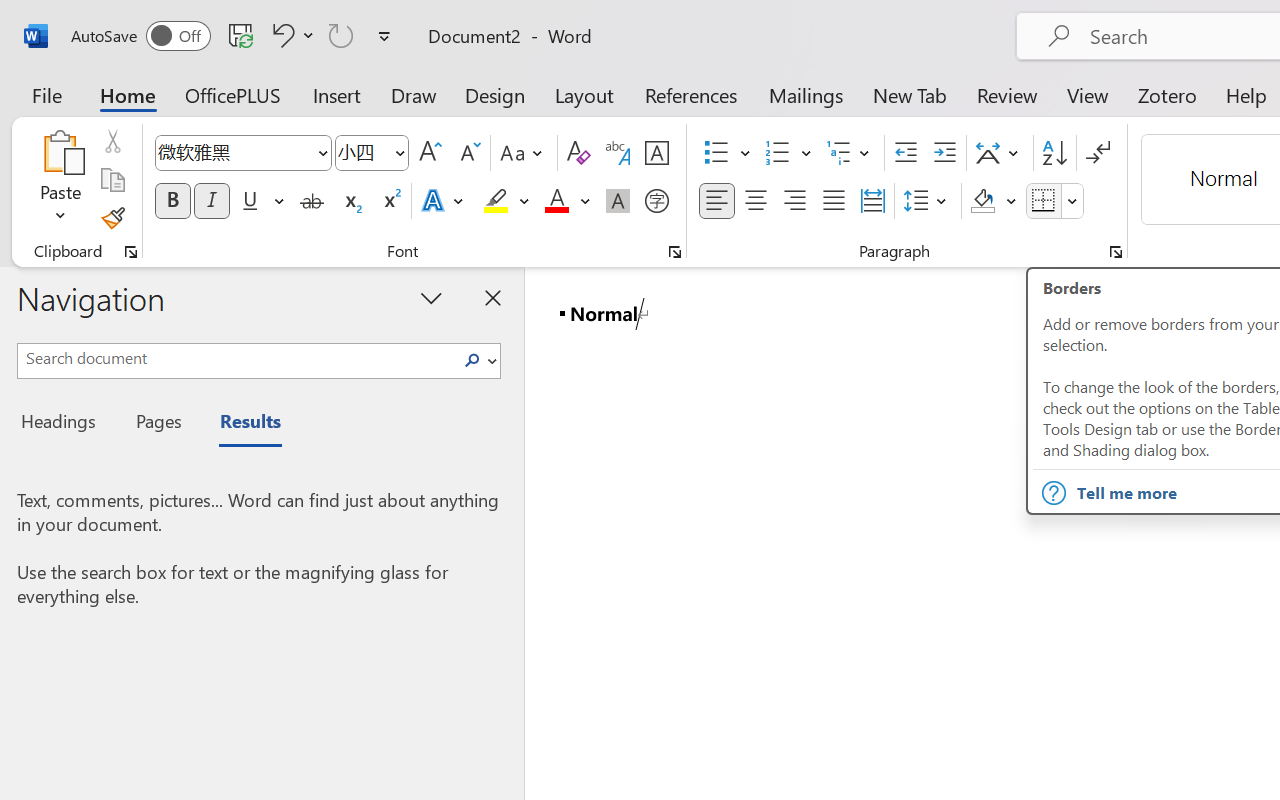 Image resolution: width=1280 pixels, height=800 pixels. Describe the element at coordinates (240, 34) in the screenshot. I see `'Save'` at that location.